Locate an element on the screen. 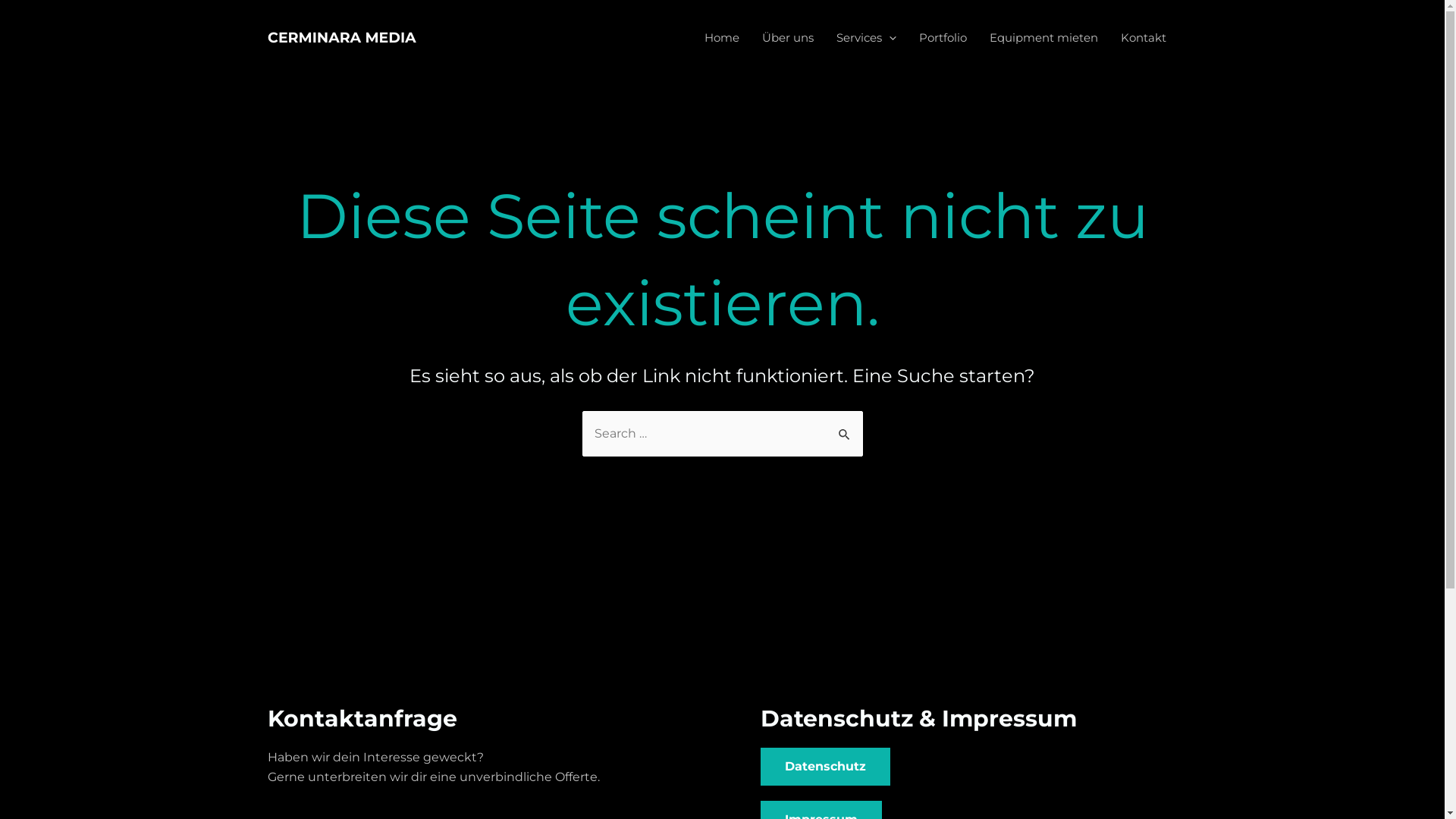  'Suche' is located at coordinates (844, 427).